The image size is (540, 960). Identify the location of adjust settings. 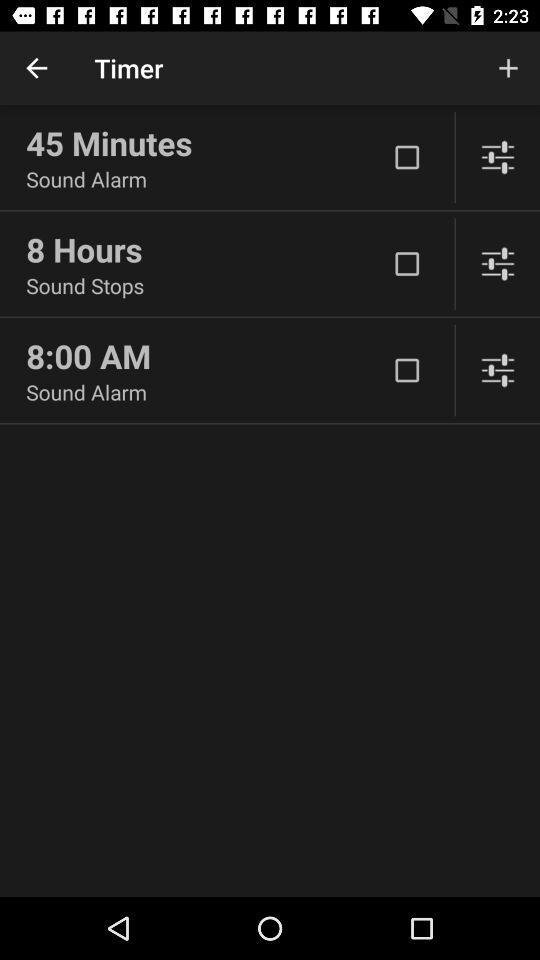
(496, 369).